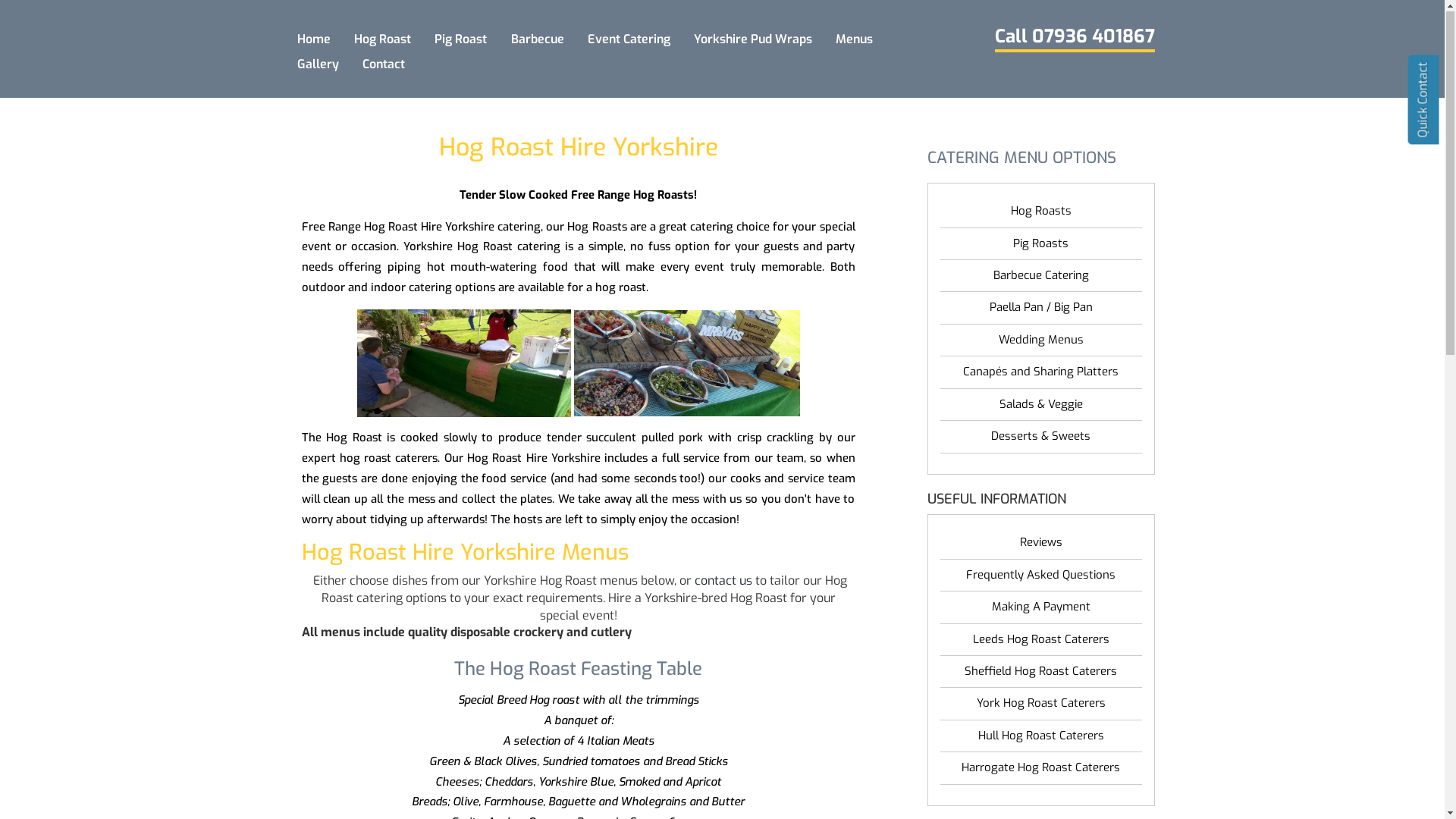 The width and height of the screenshot is (1456, 819). What do you see at coordinates (1040, 404) in the screenshot?
I see `'Salads & Veggie'` at bounding box center [1040, 404].